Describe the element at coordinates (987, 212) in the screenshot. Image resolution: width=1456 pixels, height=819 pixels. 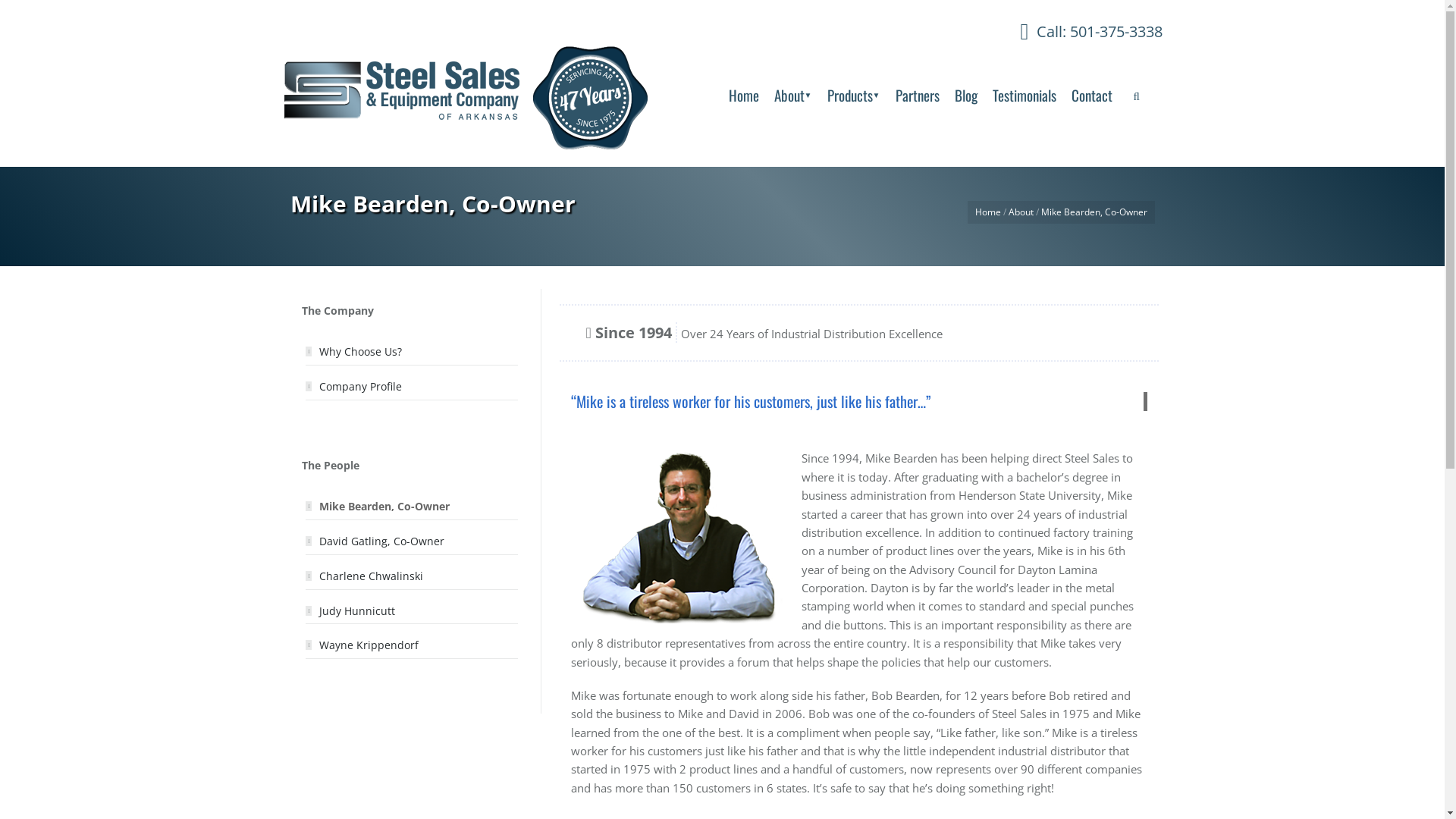
I see `'Home'` at that location.